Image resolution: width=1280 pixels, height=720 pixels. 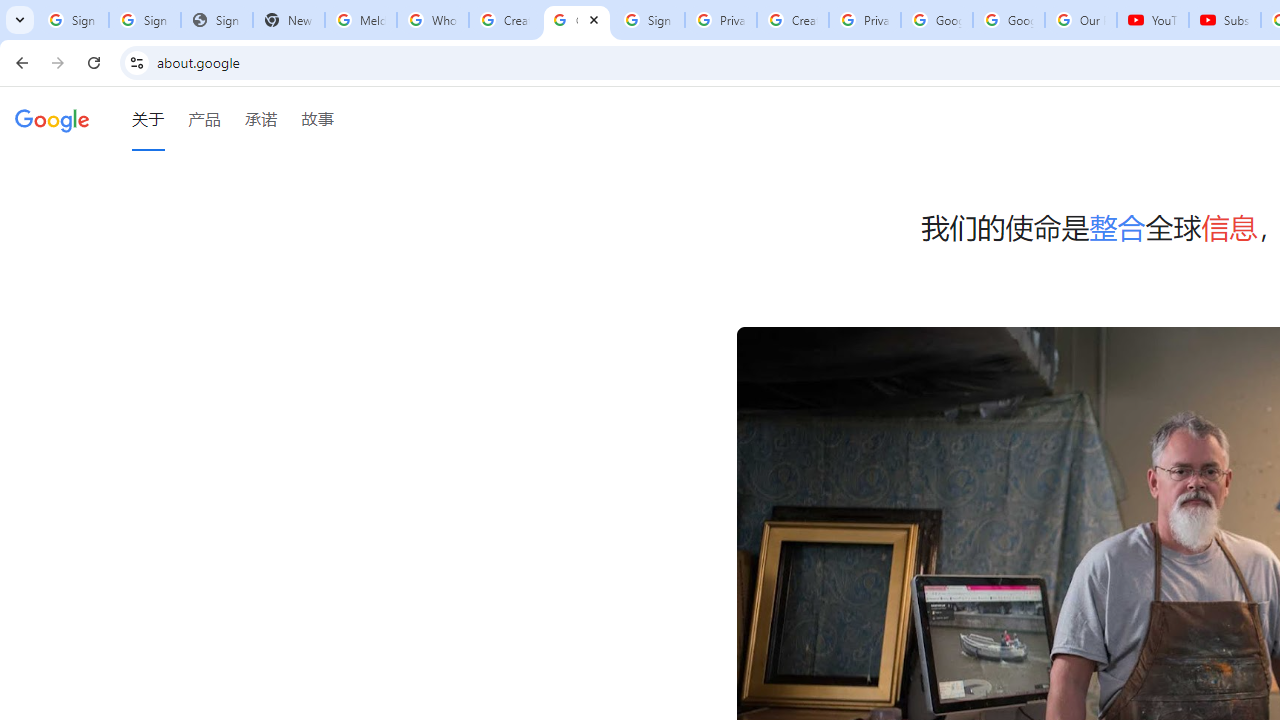 What do you see at coordinates (791, 20) in the screenshot?
I see `'Create your Google Account'` at bounding box center [791, 20].